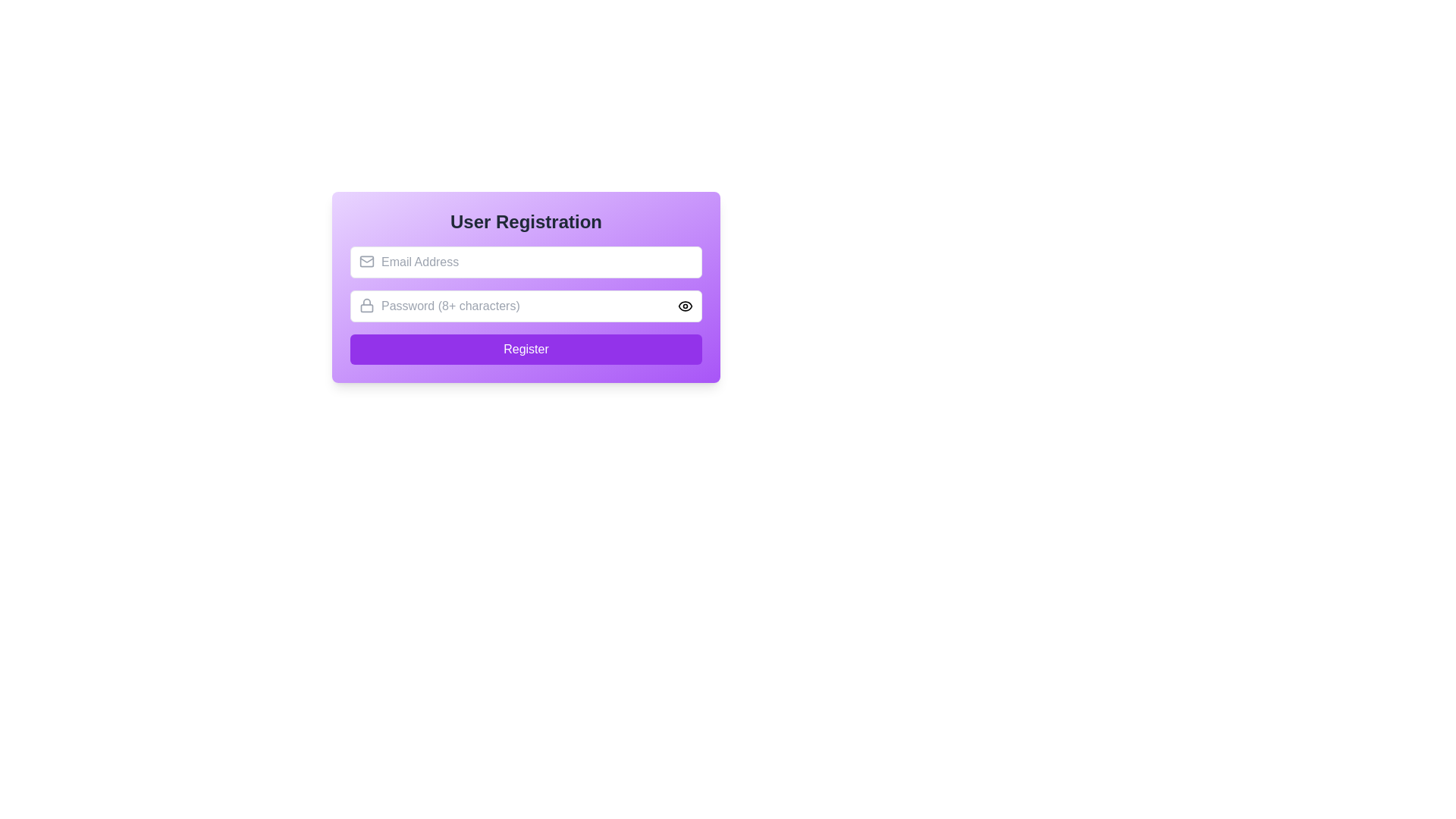 Image resolution: width=1456 pixels, height=819 pixels. Describe the element at coordinates (526, 318) in the screenshot. I see `the password input field located in the User Registration form to focus the input for entering passwords` at that location.